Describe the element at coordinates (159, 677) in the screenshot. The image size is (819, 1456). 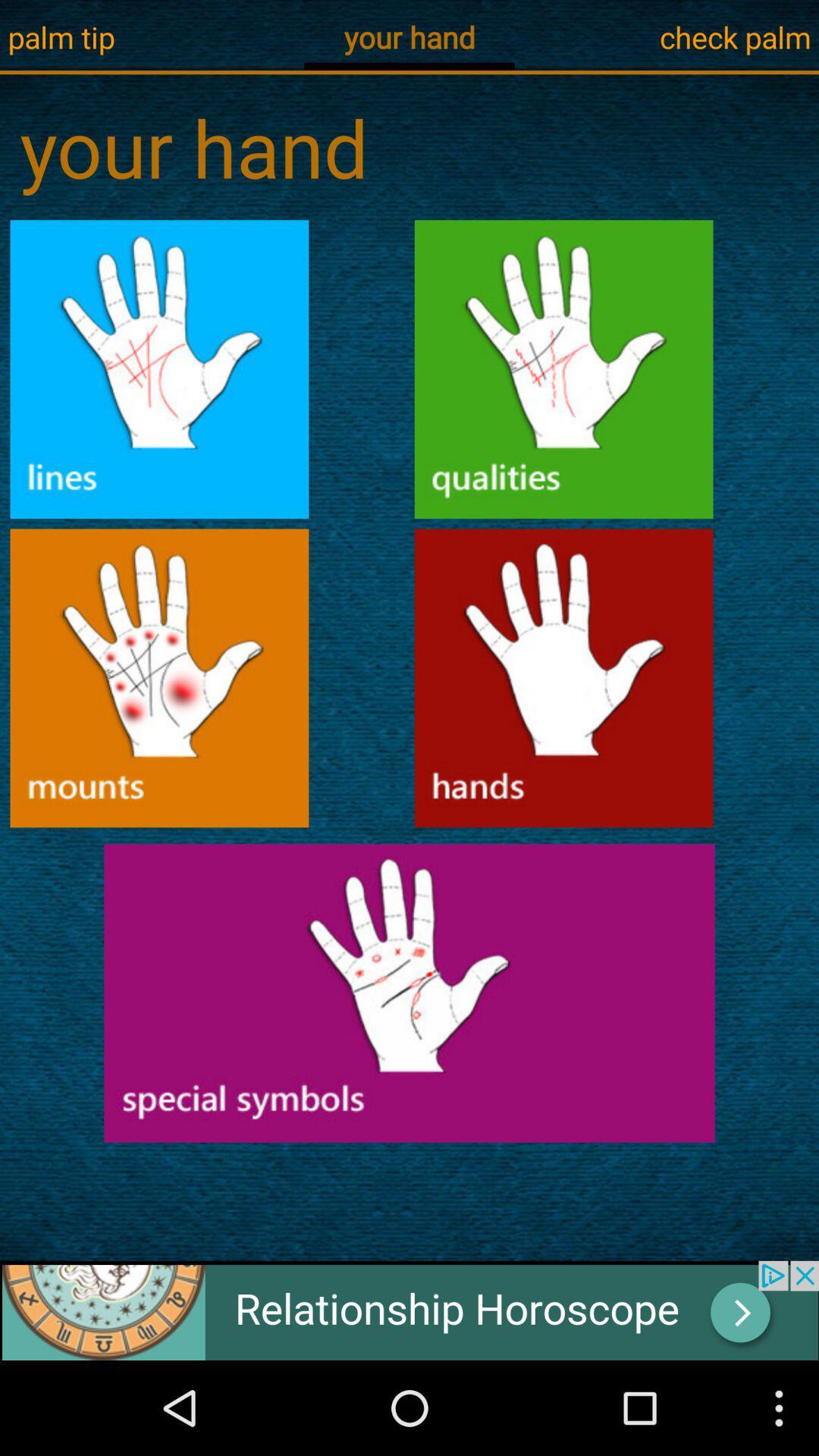
I see `mounts option` at that location.